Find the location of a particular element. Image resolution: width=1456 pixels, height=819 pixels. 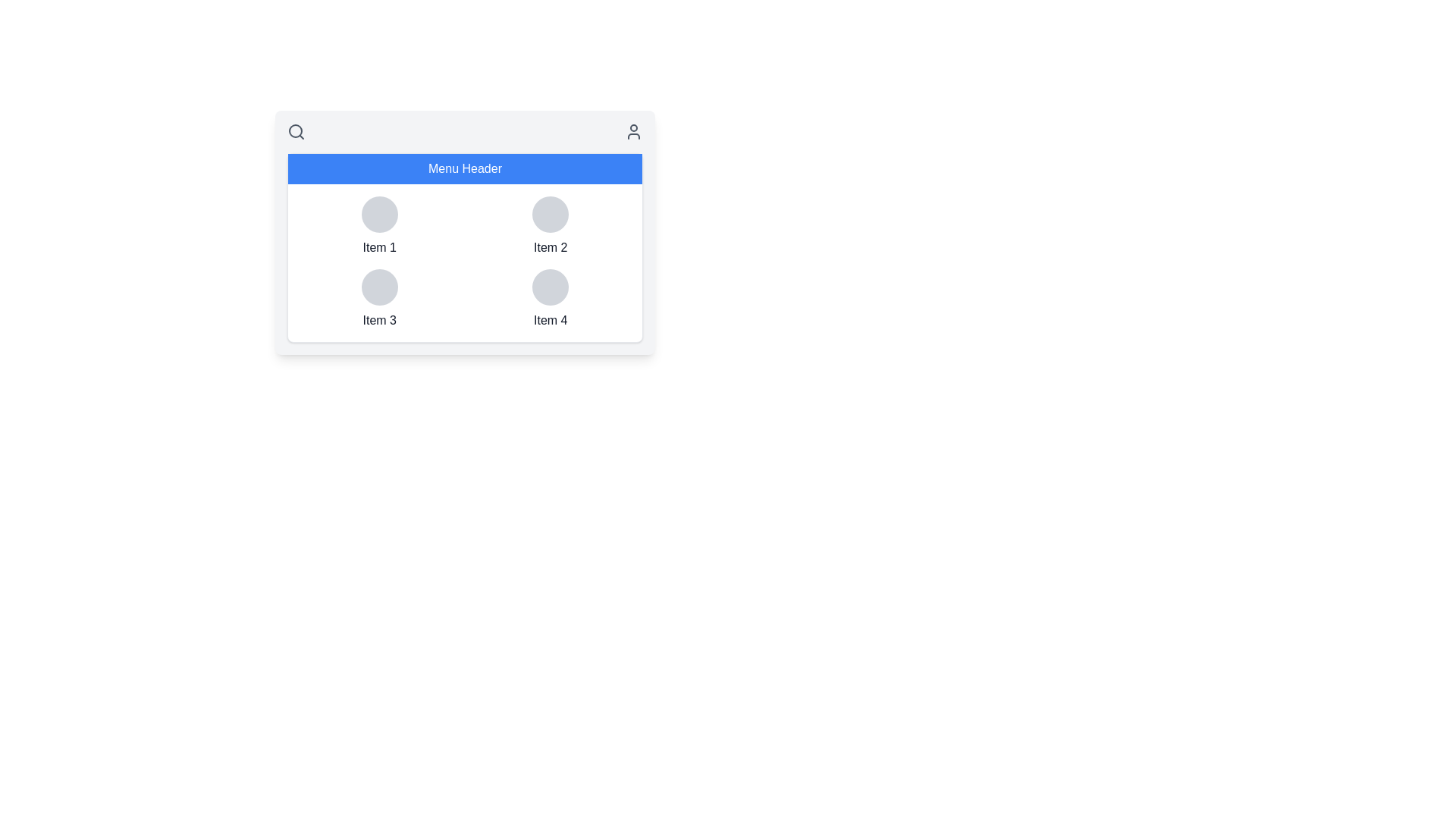

the prominent gray circle associated with 'Item 4', located in the bottom-right corner of a 2x2 grid layout is located at coordinates (550, 287).